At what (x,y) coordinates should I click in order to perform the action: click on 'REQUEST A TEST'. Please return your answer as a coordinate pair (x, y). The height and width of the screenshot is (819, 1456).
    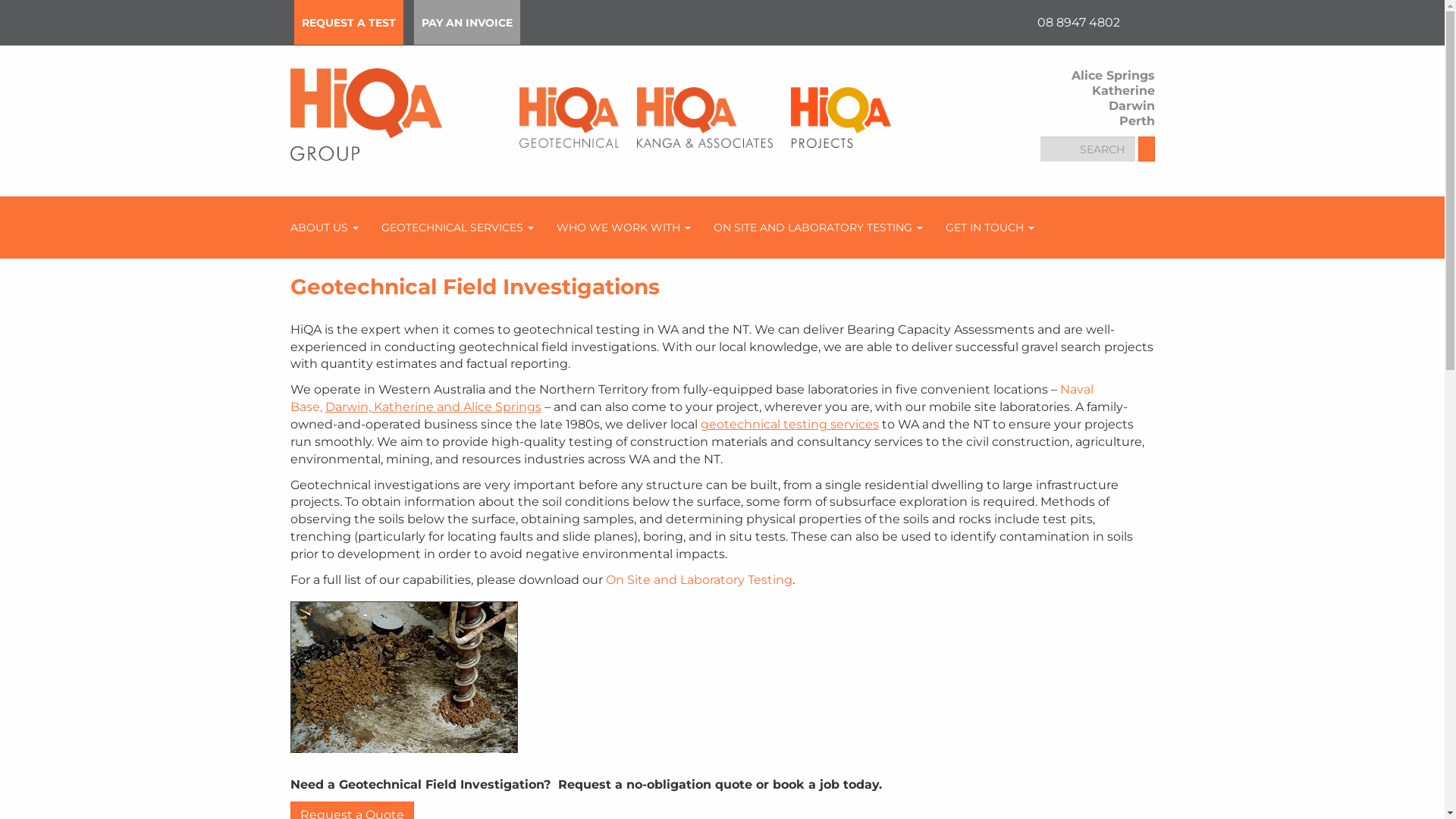
    Looking at the image, I should click on (348, 22).